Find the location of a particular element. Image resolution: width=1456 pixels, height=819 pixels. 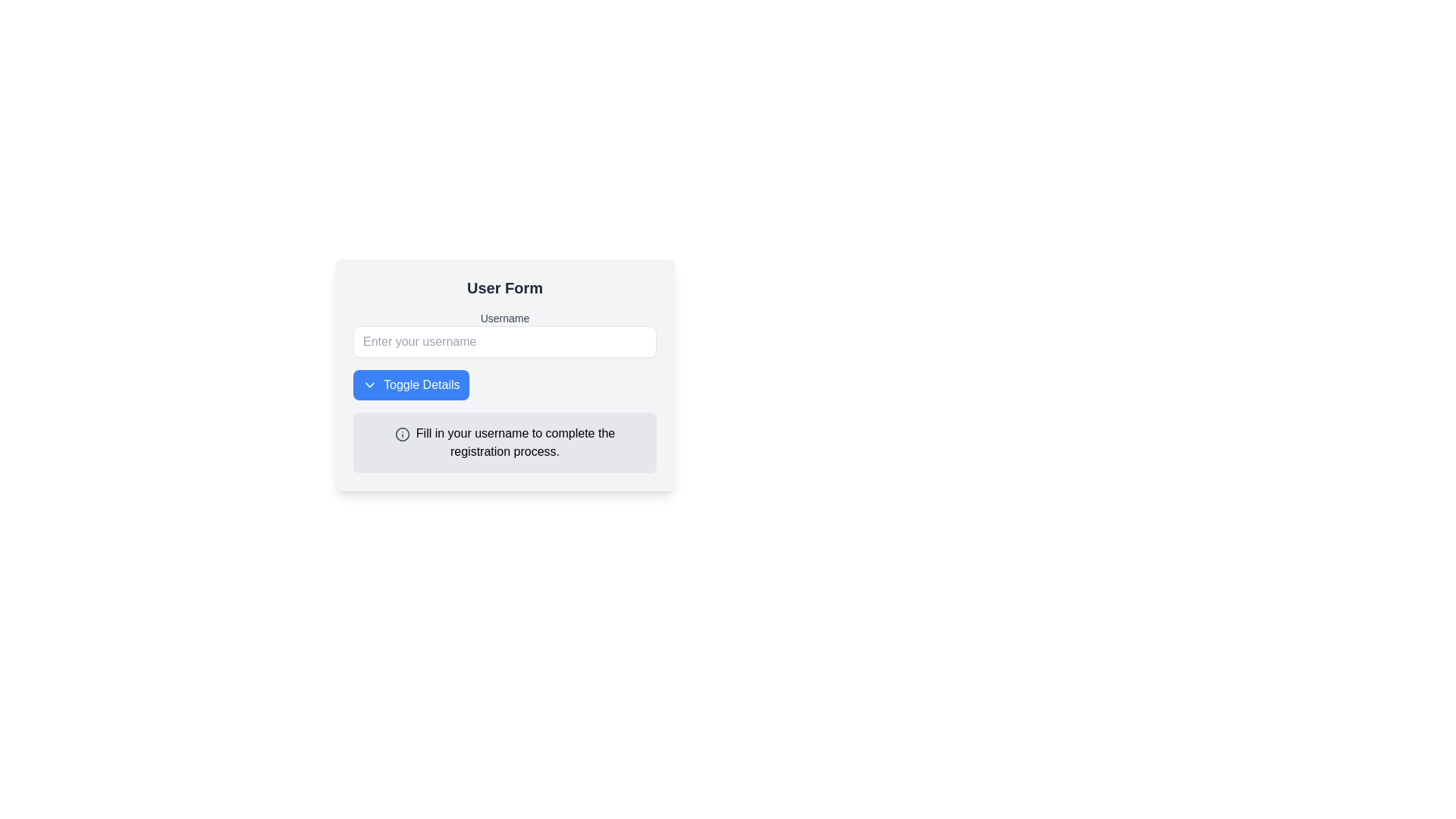

the Information Icon located to the left of the text block within the content box, which serves as a visual cue for additional guidance or instruction is located at coordinates (402, 434).